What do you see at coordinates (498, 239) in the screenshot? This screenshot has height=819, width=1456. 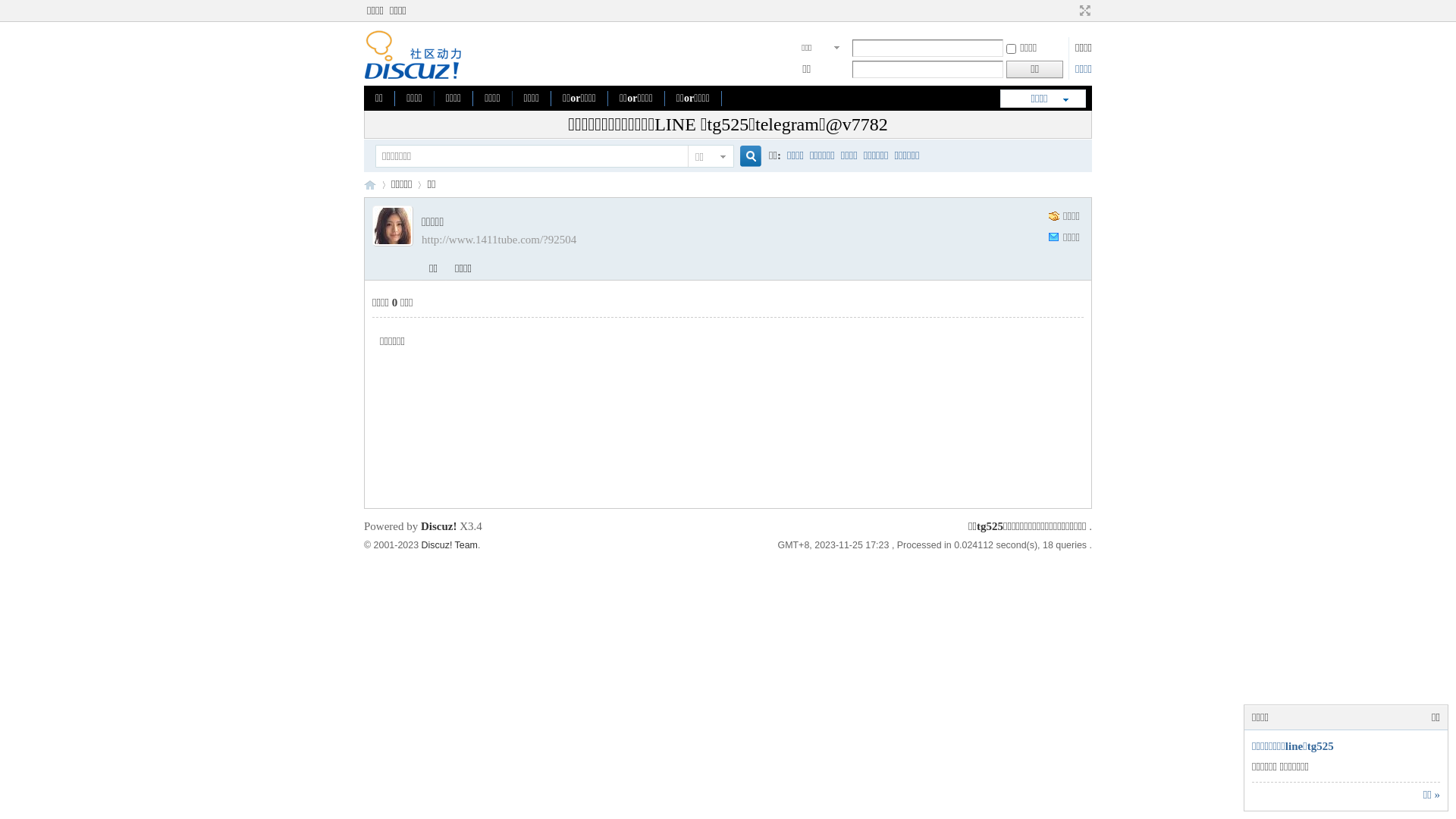 I see `'http://www.1411tube.com/?92504'` at bounding box center [498, 239].